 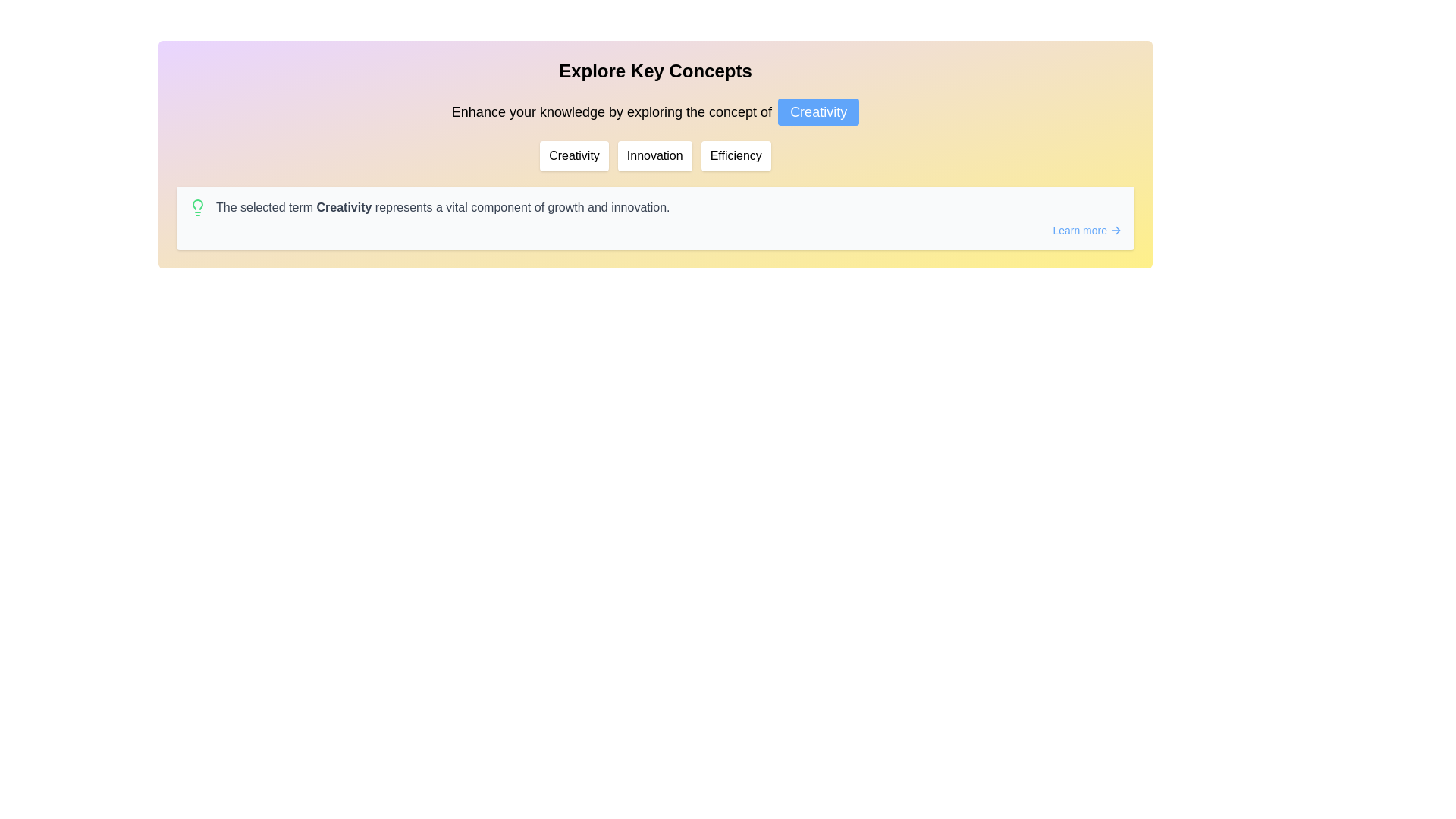 I want to click on the 'Efficiency' button, which is the third button in a series of three buttons labeled 'Creativity', 'Innovation', and 'Efficiency', to observe the hover effect, so click(x=736, y=155).